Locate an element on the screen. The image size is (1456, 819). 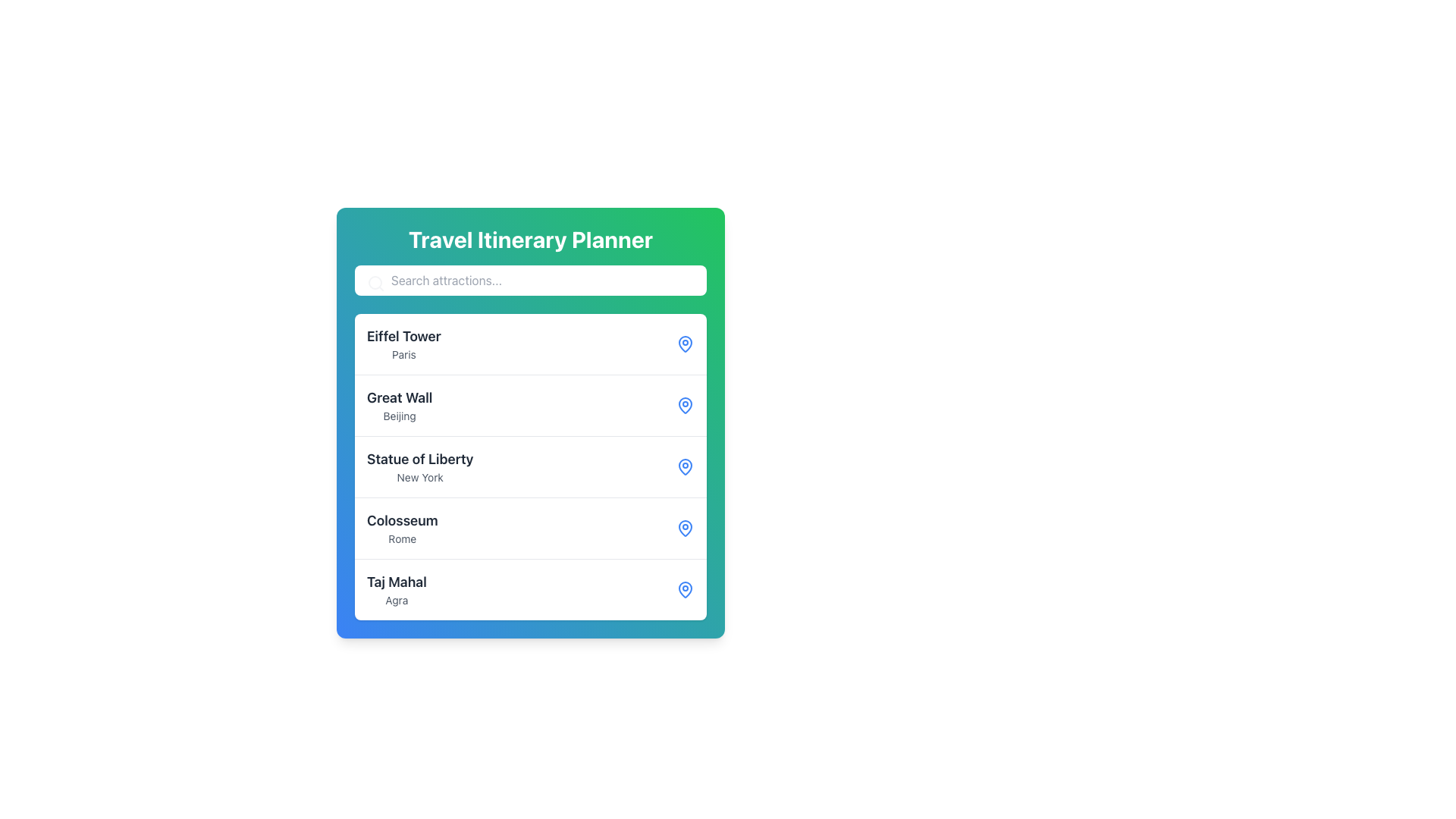
the list item labeled 'Statue of Liberty' with the location 'New York' is located at coordinates (531, 465).